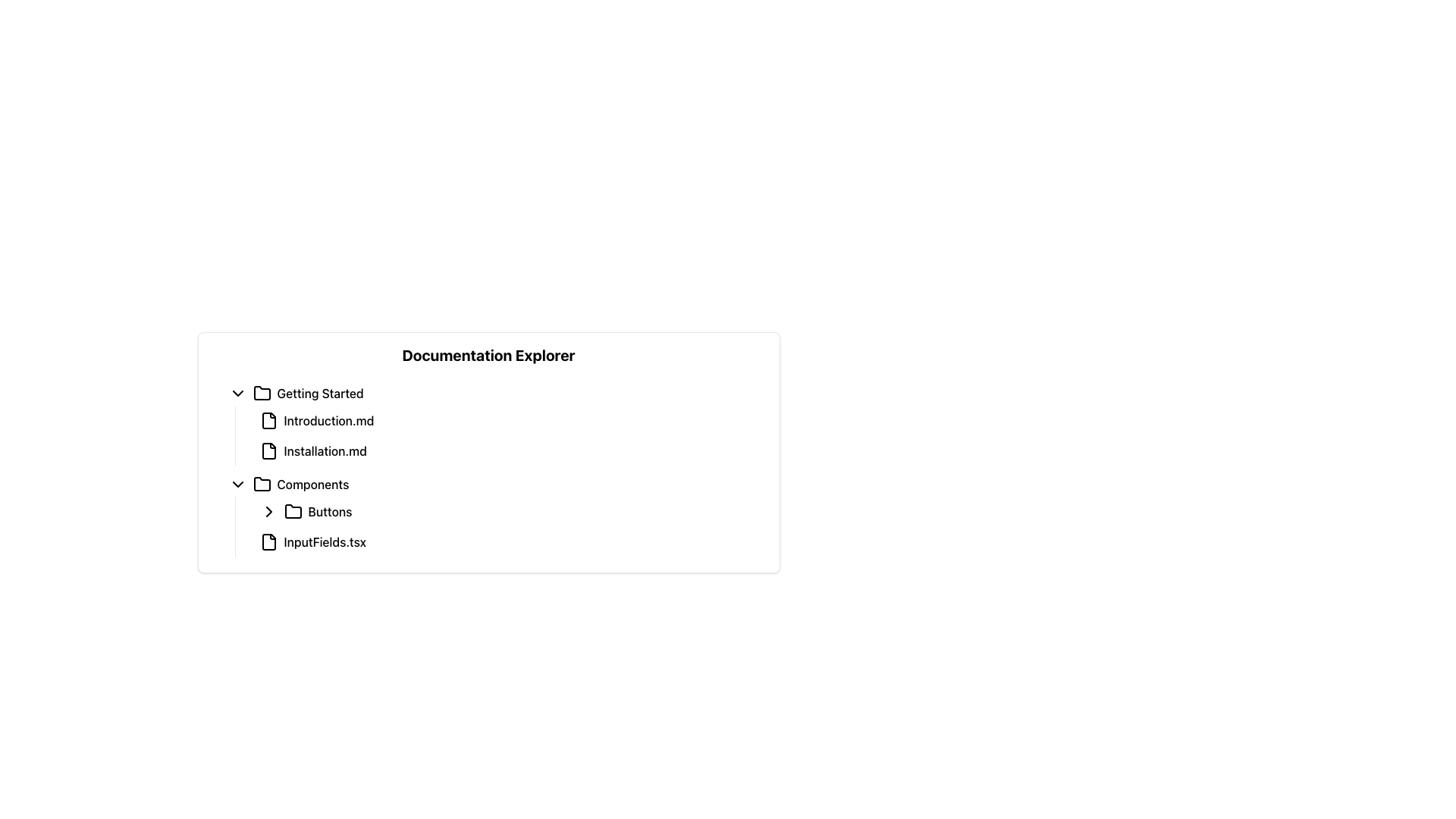 This screenshot has width=1456, height=819. I want to click on the icon that visually indicates a file or document, located in the 'Getting Started' section, preceding the text label 'Introduction.md', so click(268, 421).